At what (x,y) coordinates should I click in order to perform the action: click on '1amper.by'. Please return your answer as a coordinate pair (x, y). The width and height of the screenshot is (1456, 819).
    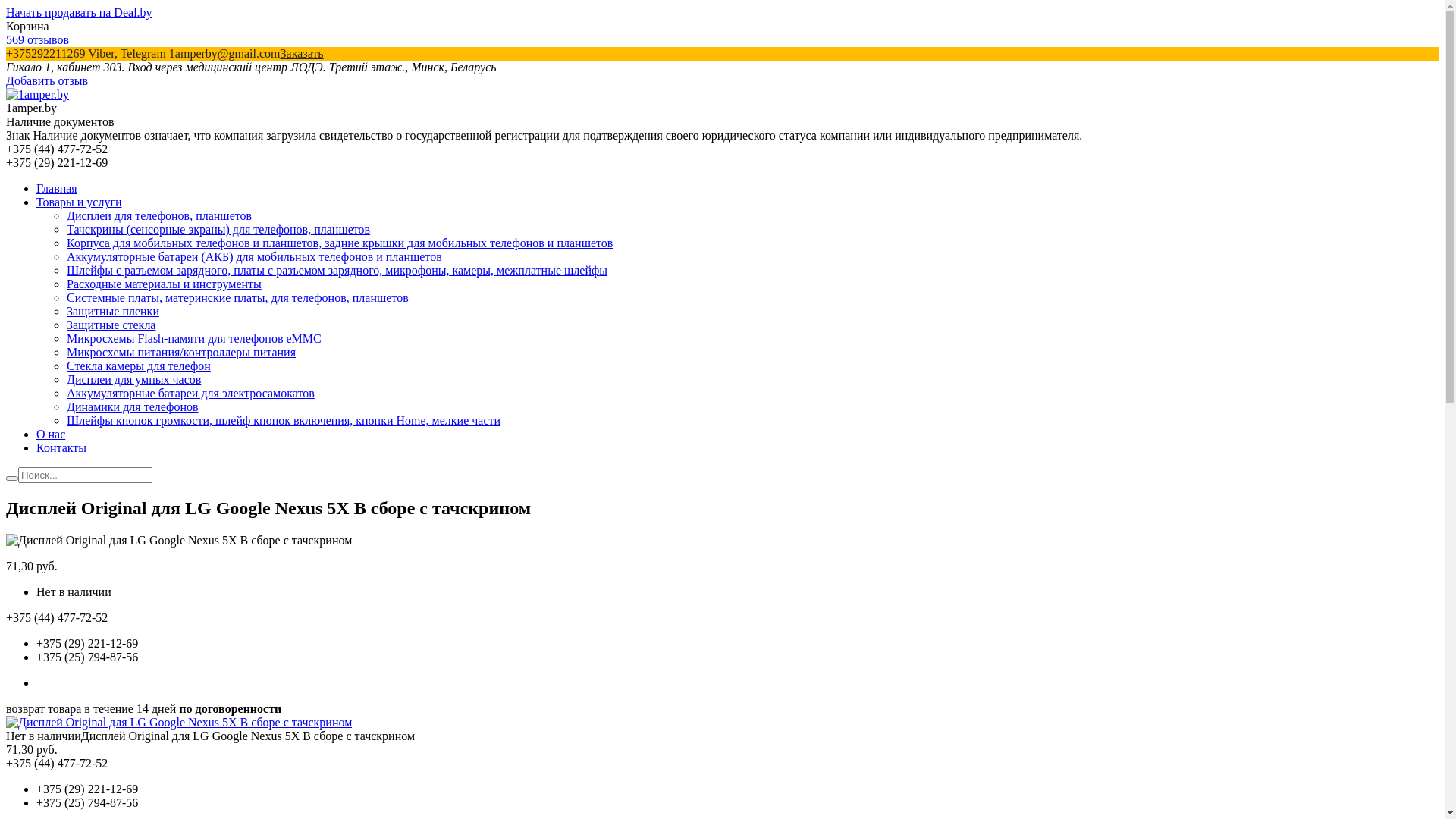
    Looking at the image, I should click on (37, 94).